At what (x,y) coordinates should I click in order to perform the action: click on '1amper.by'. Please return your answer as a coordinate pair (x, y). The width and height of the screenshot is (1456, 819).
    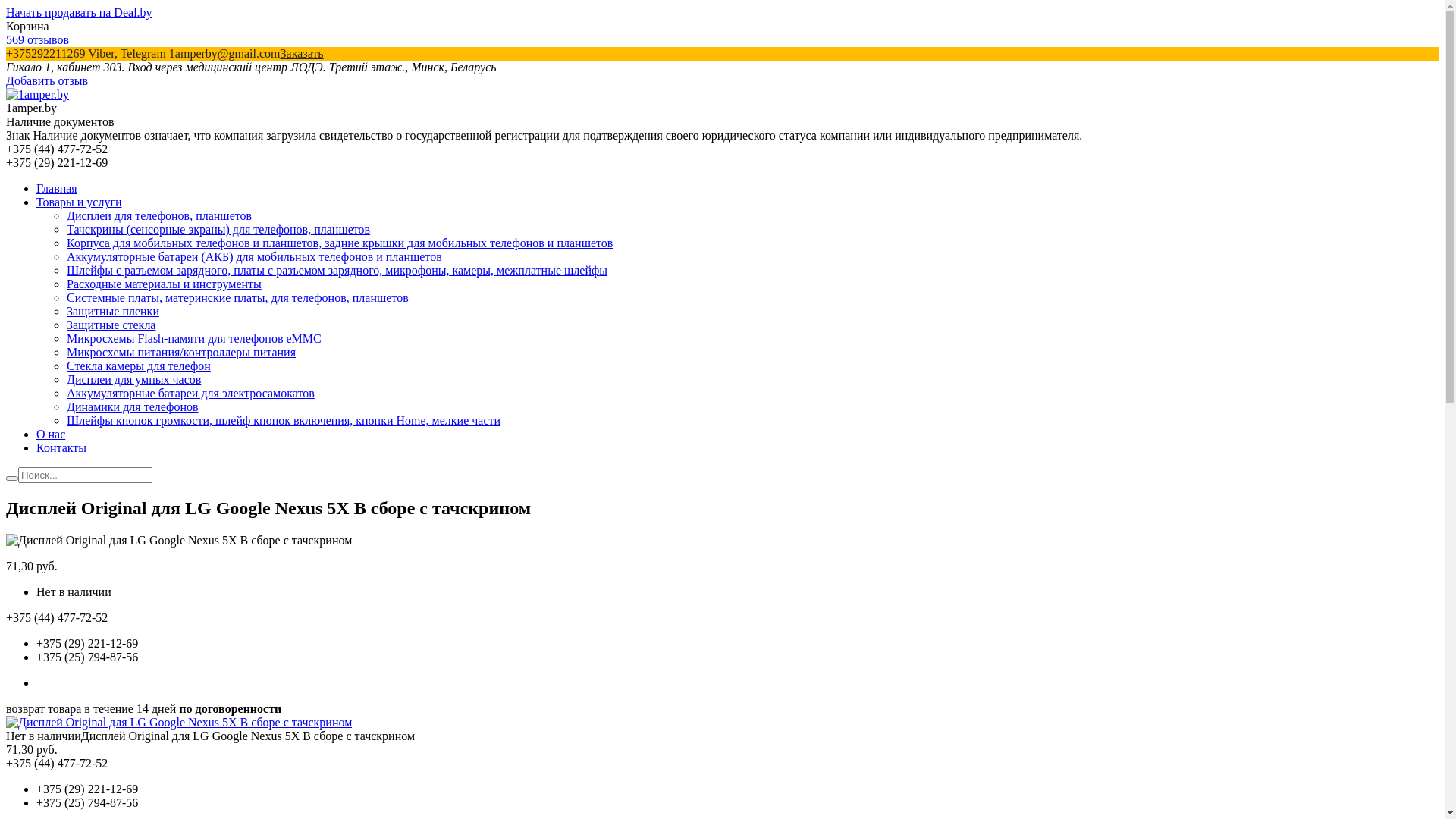
    Looking at the image, I should click on (37, 94).